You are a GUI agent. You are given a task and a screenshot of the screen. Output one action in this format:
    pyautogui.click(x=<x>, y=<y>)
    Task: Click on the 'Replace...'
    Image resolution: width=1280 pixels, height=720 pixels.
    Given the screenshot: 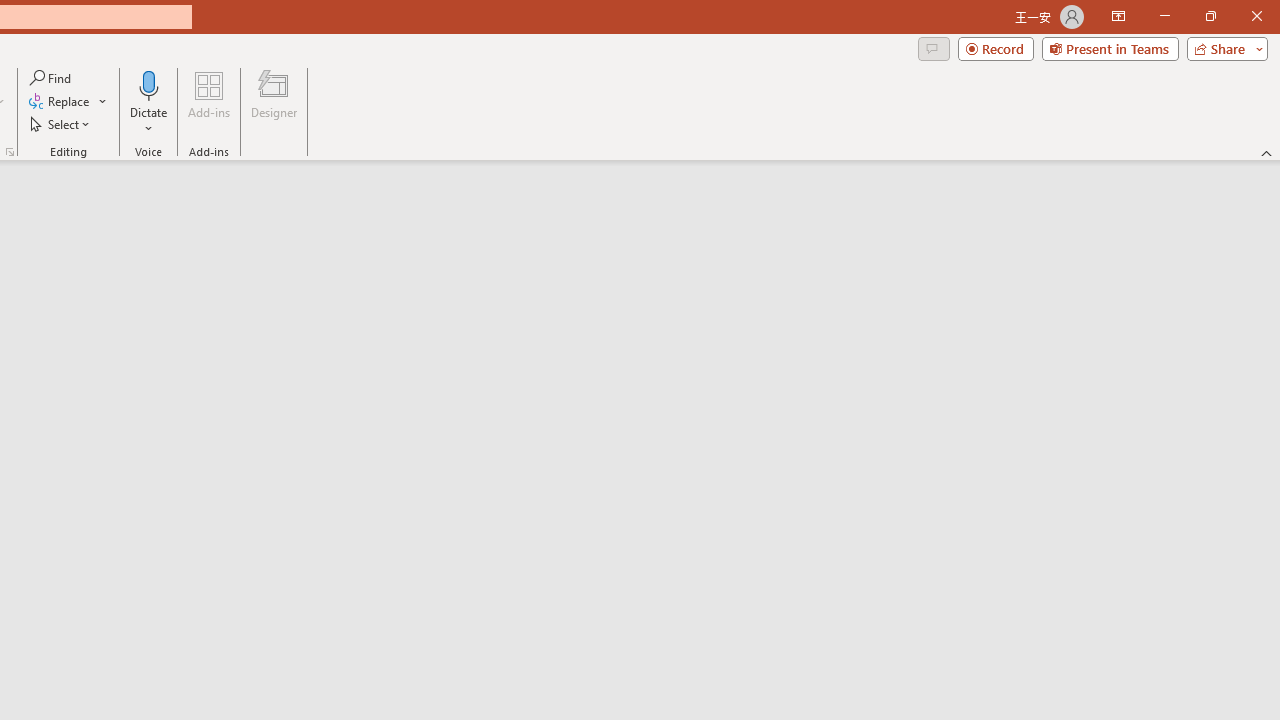 What is the action you would take?
    pyautogui.click(x=69, y=101)
    